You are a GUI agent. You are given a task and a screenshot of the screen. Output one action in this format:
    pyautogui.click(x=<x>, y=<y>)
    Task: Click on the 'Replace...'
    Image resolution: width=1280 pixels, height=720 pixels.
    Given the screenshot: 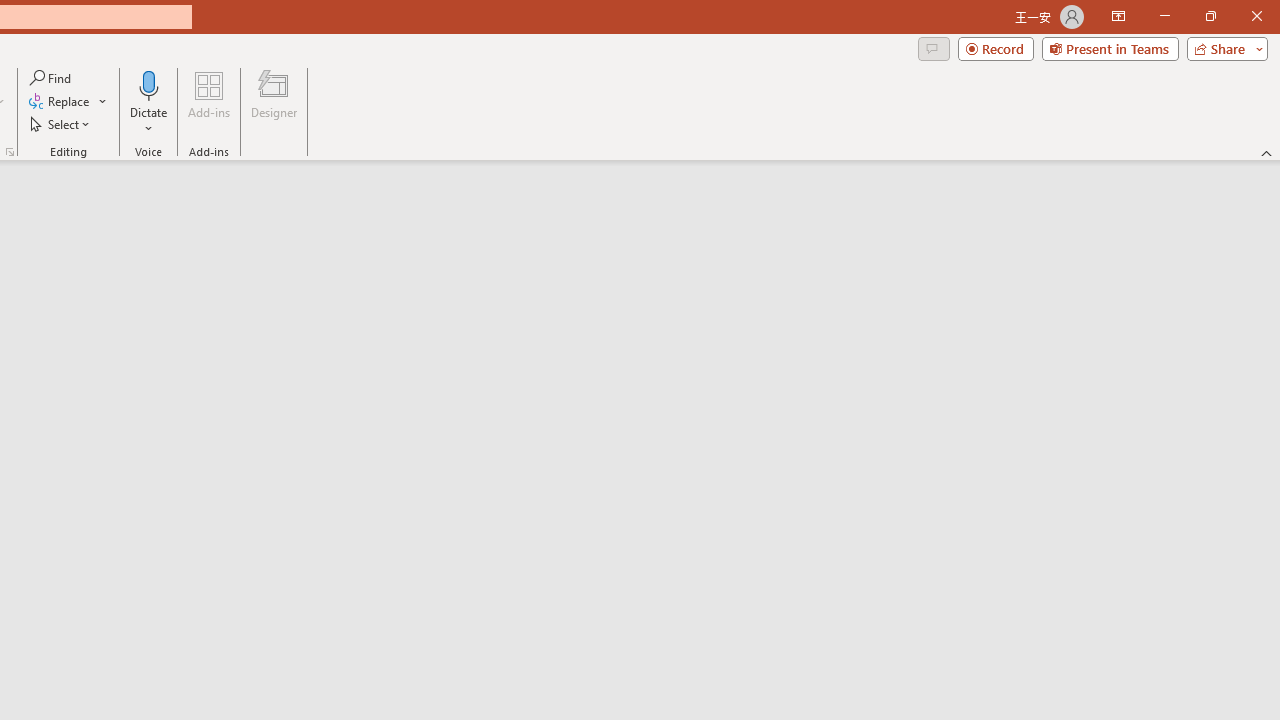 What is the action you would take?
    pyautogui.click(x=69, y=101)
    